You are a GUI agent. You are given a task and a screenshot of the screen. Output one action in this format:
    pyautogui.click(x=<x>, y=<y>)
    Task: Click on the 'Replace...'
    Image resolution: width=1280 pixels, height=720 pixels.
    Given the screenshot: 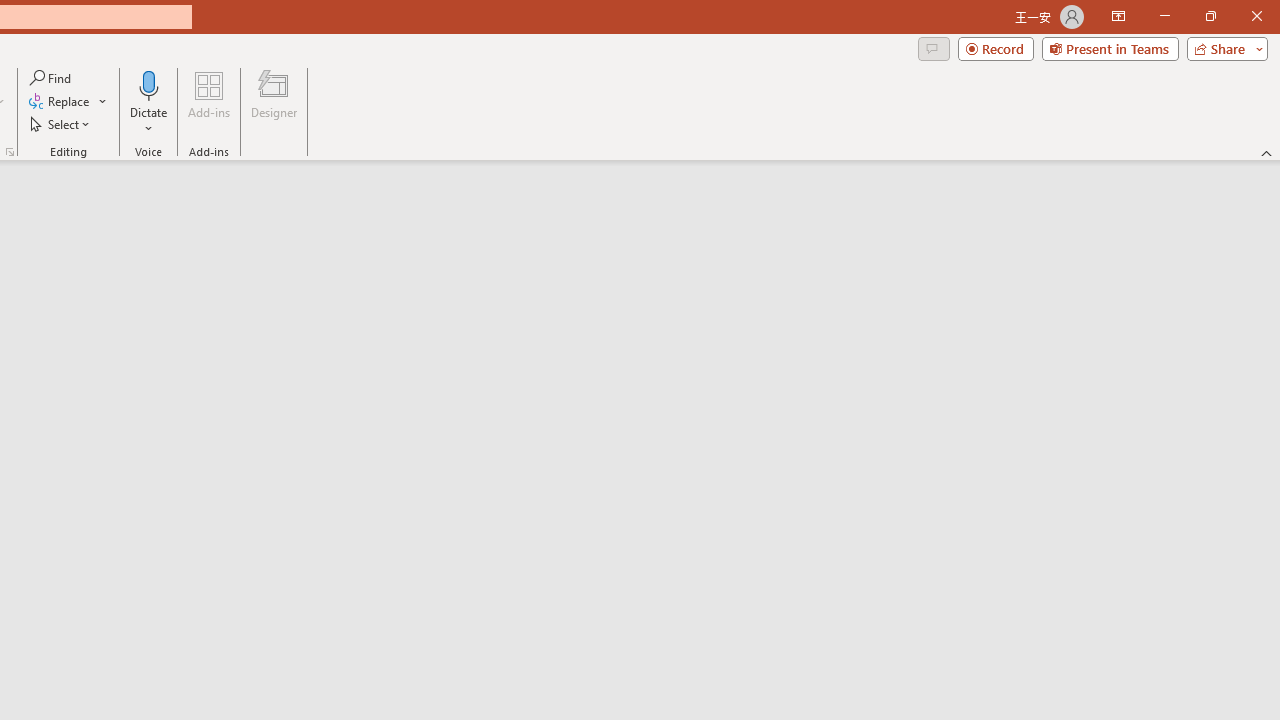 What is the action you would take?
    pyautogui.click(x=69, y=101)
    